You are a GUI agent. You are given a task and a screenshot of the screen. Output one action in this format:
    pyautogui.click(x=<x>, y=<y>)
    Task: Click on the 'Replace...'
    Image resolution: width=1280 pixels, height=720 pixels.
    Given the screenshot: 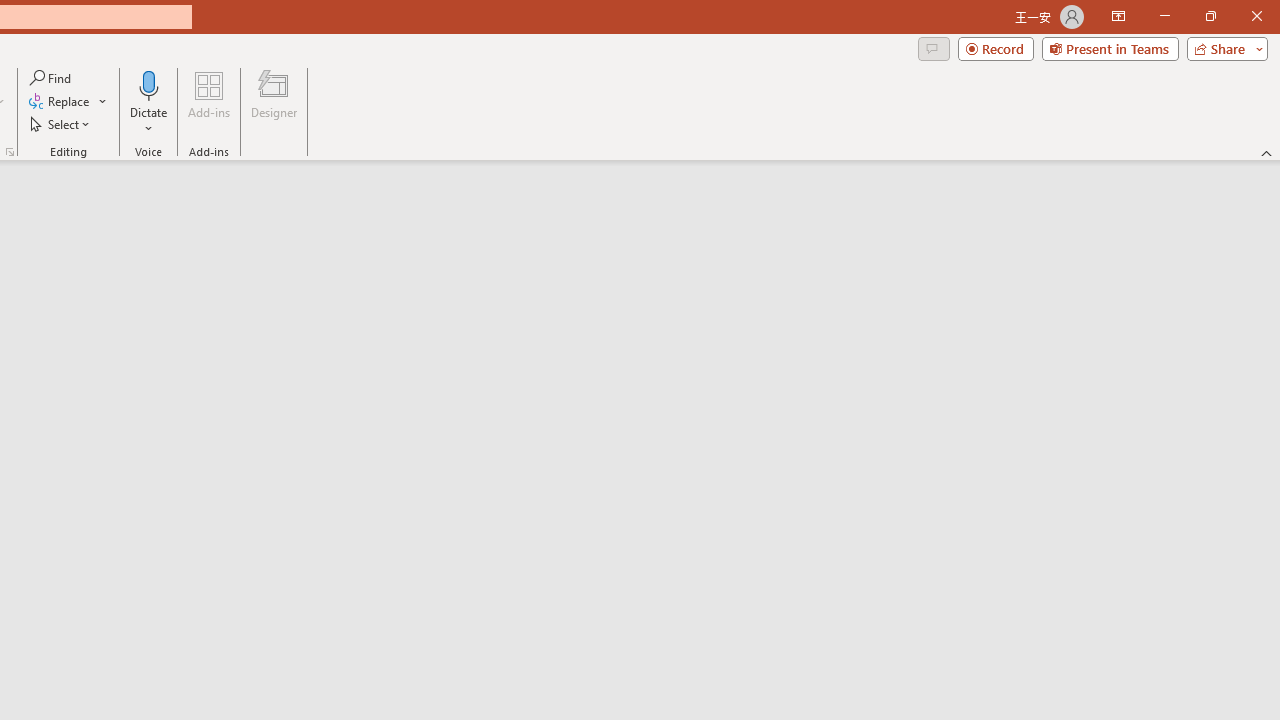 What is the action you would take?
    pyautogui.click(x=69, y=101)
    